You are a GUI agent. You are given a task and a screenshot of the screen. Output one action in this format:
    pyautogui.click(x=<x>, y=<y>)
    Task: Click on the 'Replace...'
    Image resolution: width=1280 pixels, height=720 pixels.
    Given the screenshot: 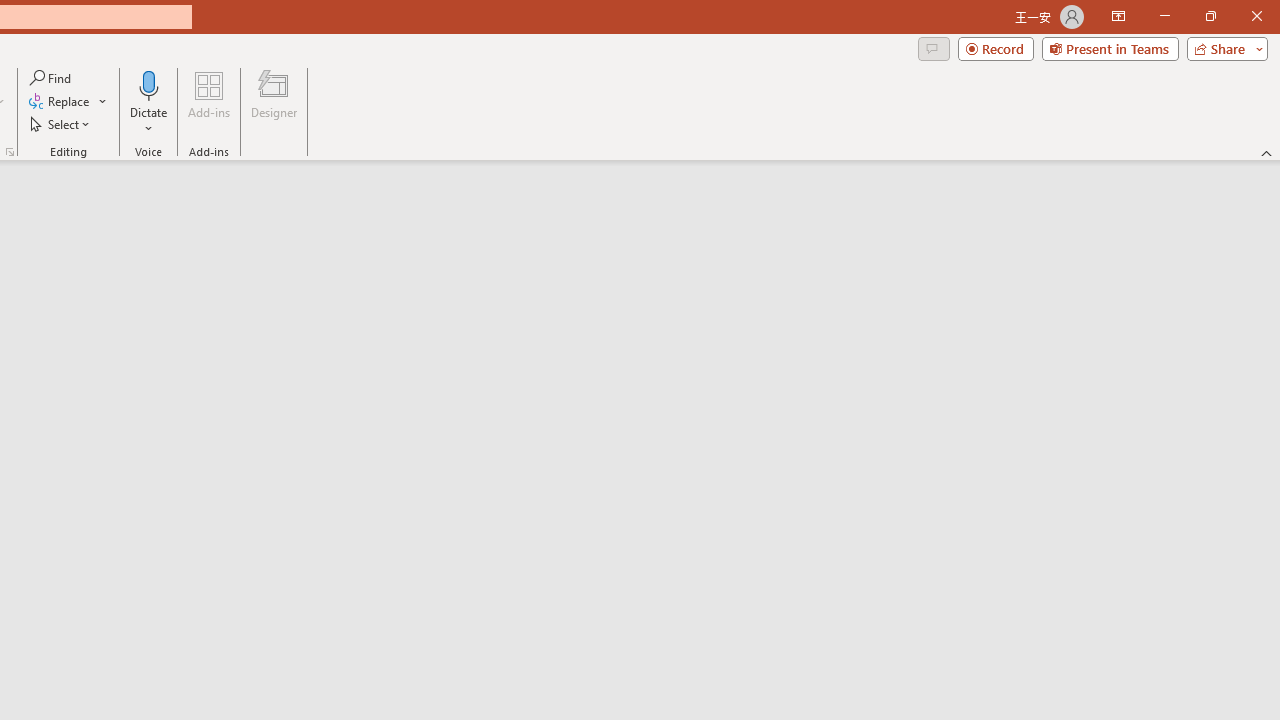 What is the action you would take?
    pyautogui.click(x=69, y=101)
    